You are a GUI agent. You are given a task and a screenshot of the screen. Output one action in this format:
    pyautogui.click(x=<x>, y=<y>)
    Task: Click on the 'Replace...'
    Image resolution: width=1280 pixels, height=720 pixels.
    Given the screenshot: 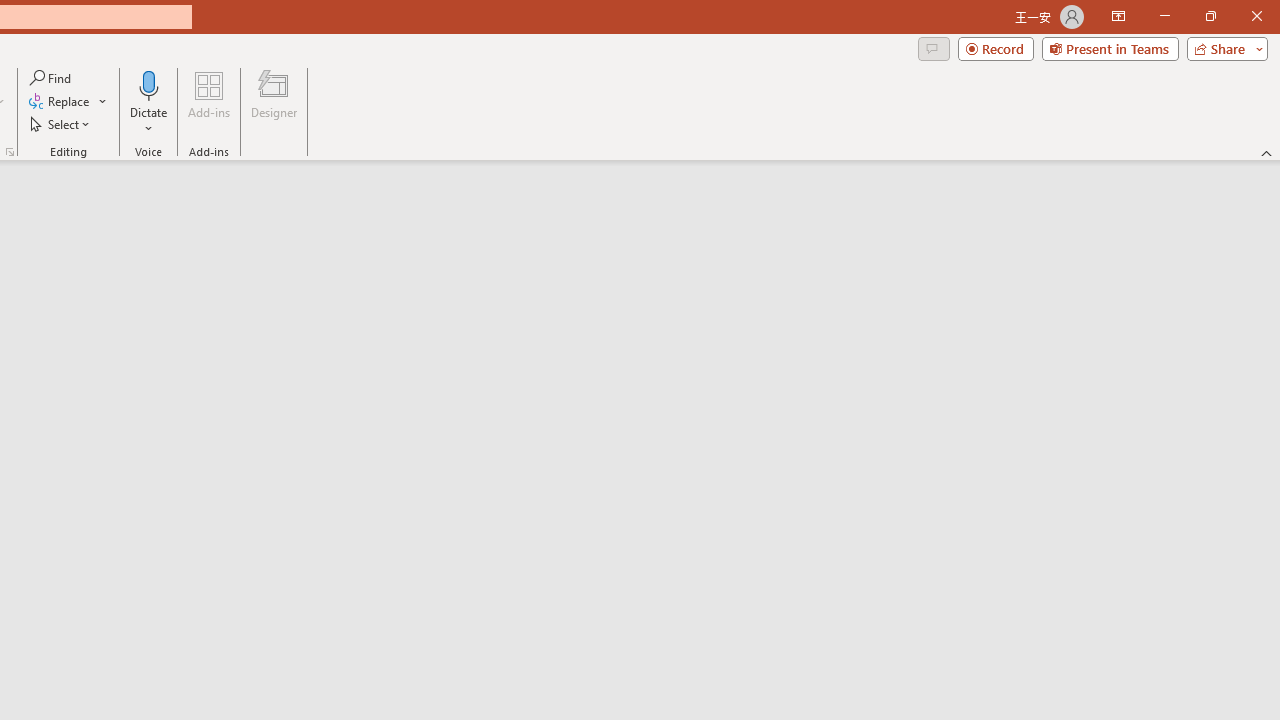 What is the action you would take?
    pyautogui.click(x=69, y=101)
    